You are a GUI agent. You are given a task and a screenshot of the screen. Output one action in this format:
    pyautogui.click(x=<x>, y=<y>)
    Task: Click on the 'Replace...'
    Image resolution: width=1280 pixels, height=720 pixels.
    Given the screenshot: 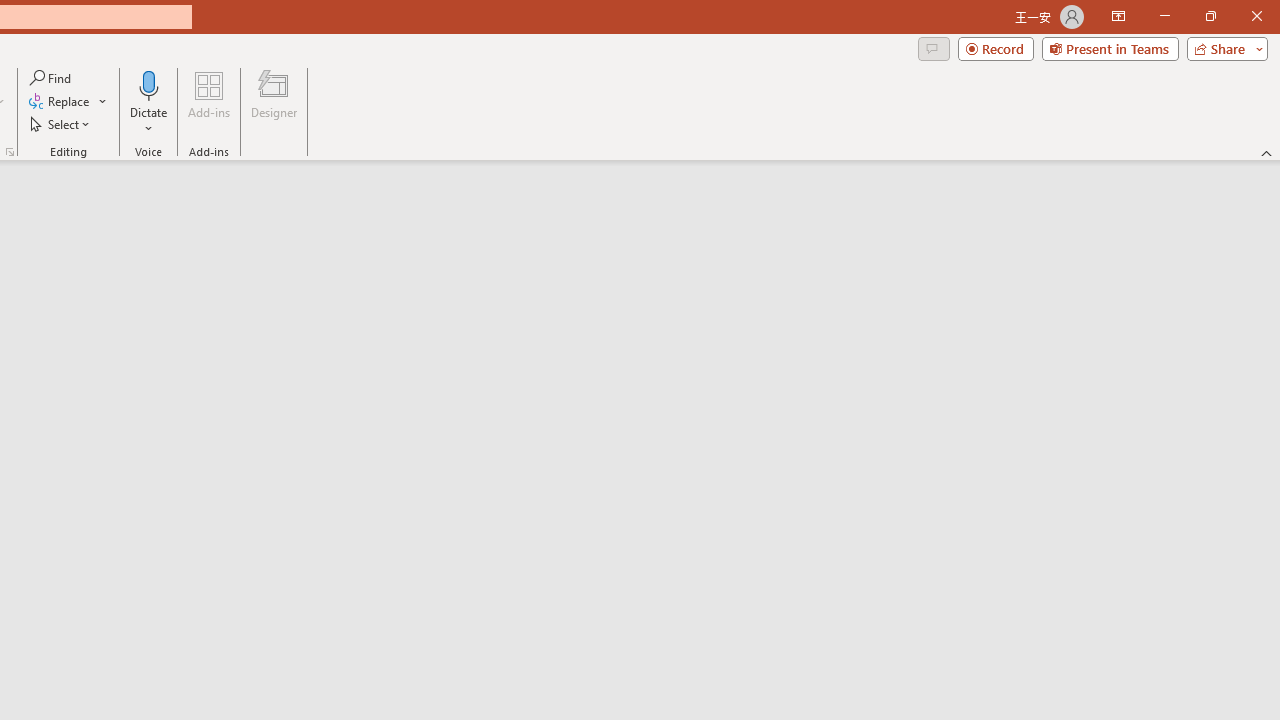 What is the action you would take?
    pyautogui.click(x=69, y=101)
    